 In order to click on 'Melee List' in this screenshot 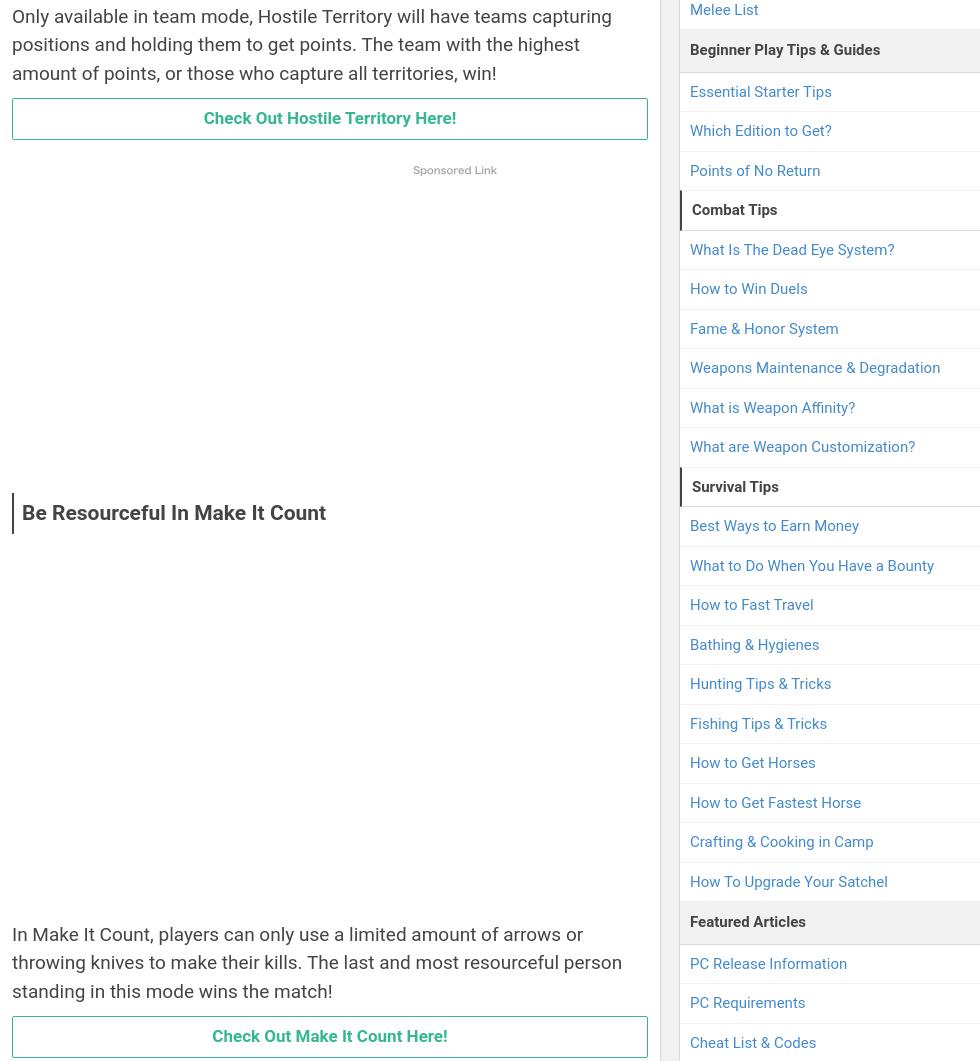, I will do `click(690, 9)`.